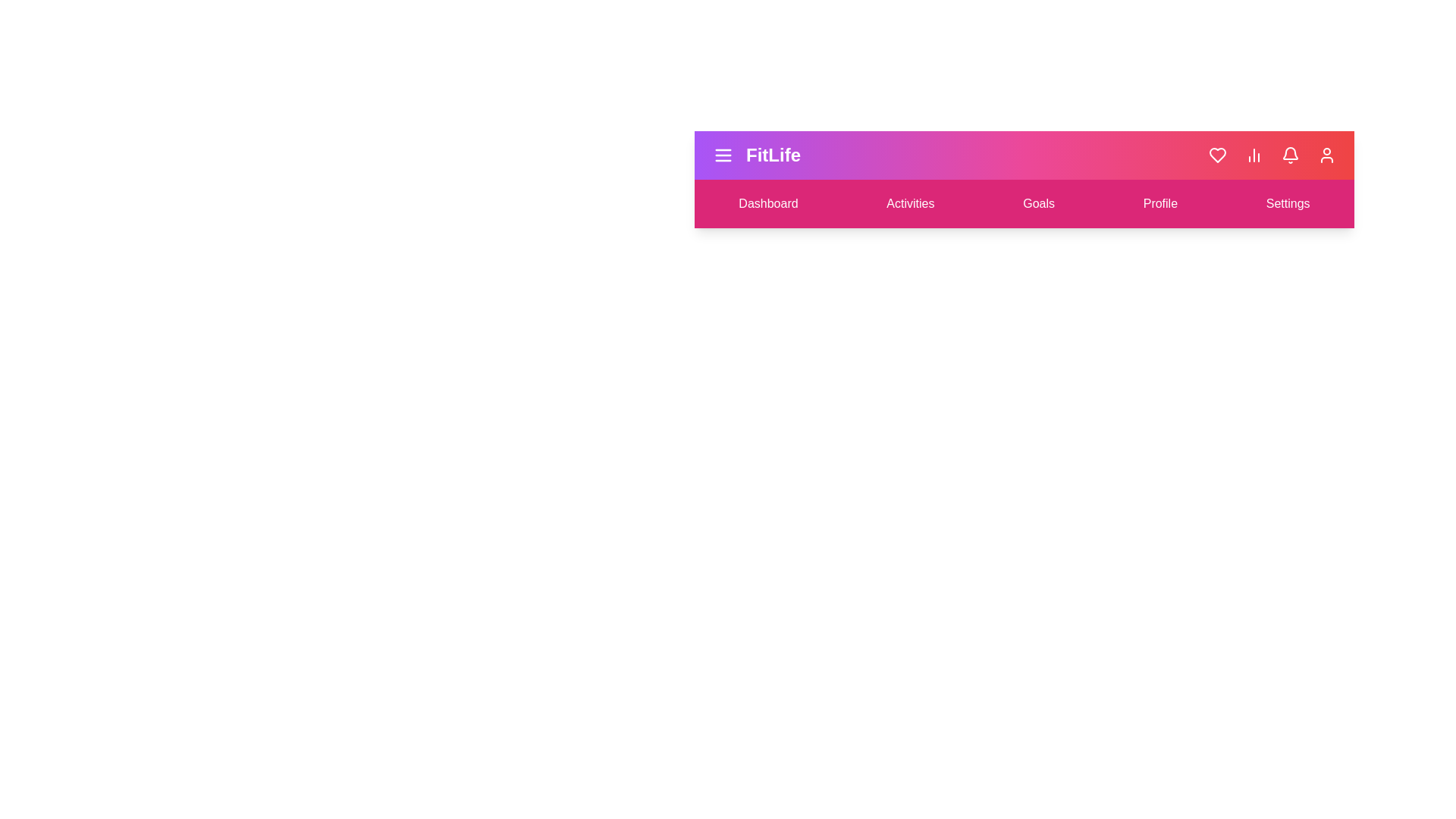 This screenshot has width=1456, height=819. Describe the element at coordinates (768, 203) in the screenshot. I see `the menu item corresponding to Dashboard` at that location.